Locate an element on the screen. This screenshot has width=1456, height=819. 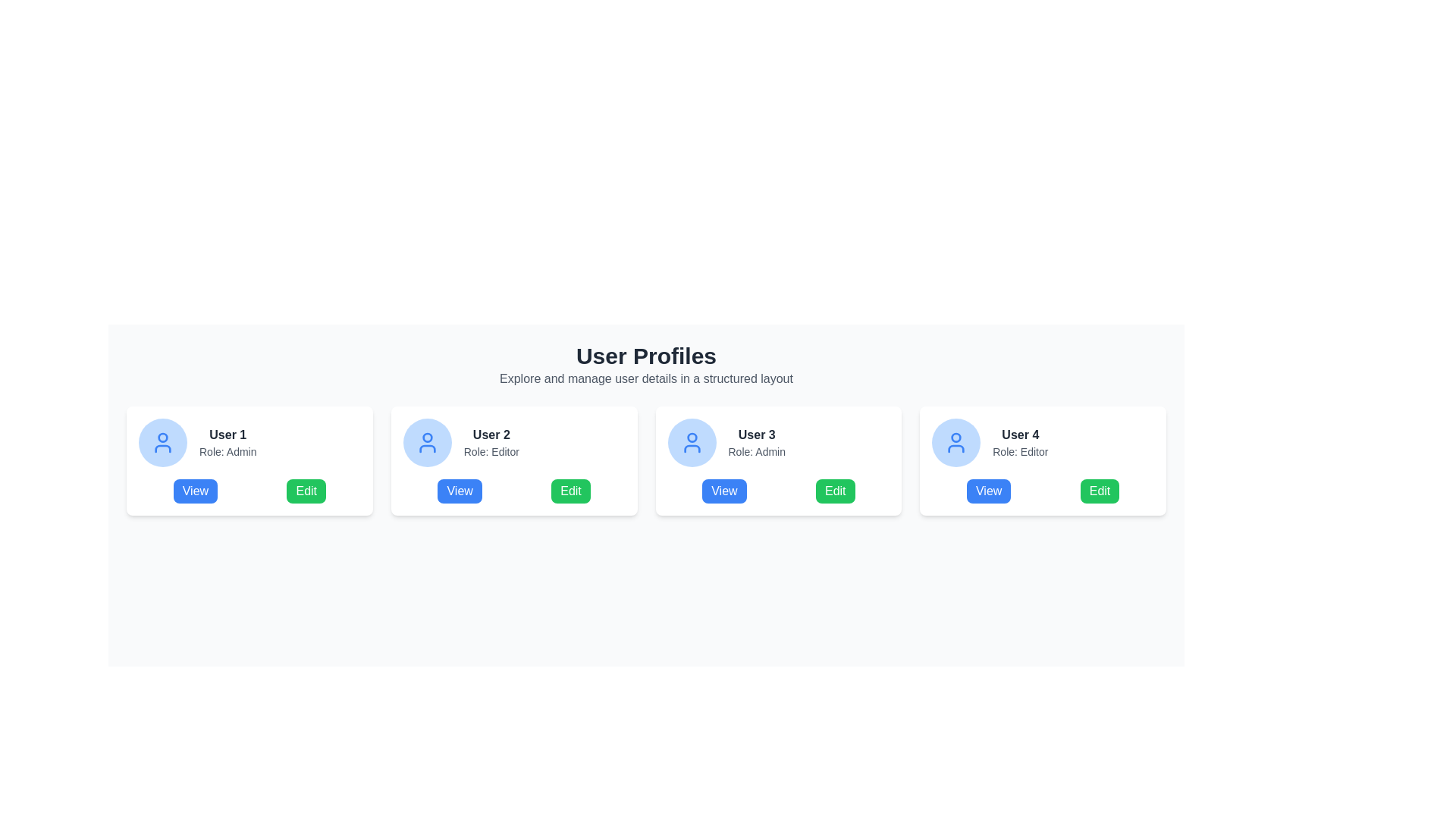
the edit button located at the bottom right of the card corresponding to 'User 3' is located at coordinates (834, 491).